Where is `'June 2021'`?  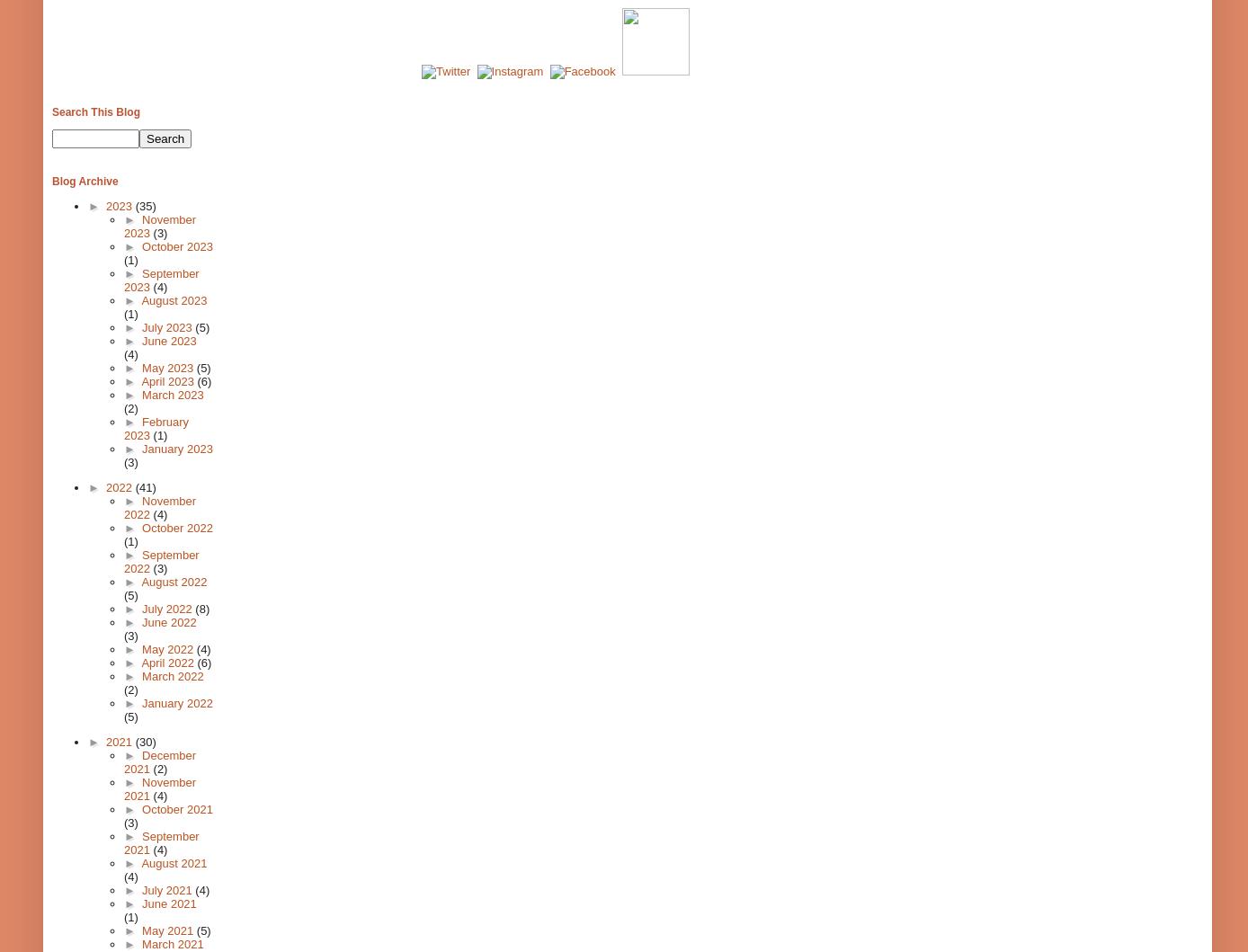 'June 2021' is located at coordinates (167, 903).